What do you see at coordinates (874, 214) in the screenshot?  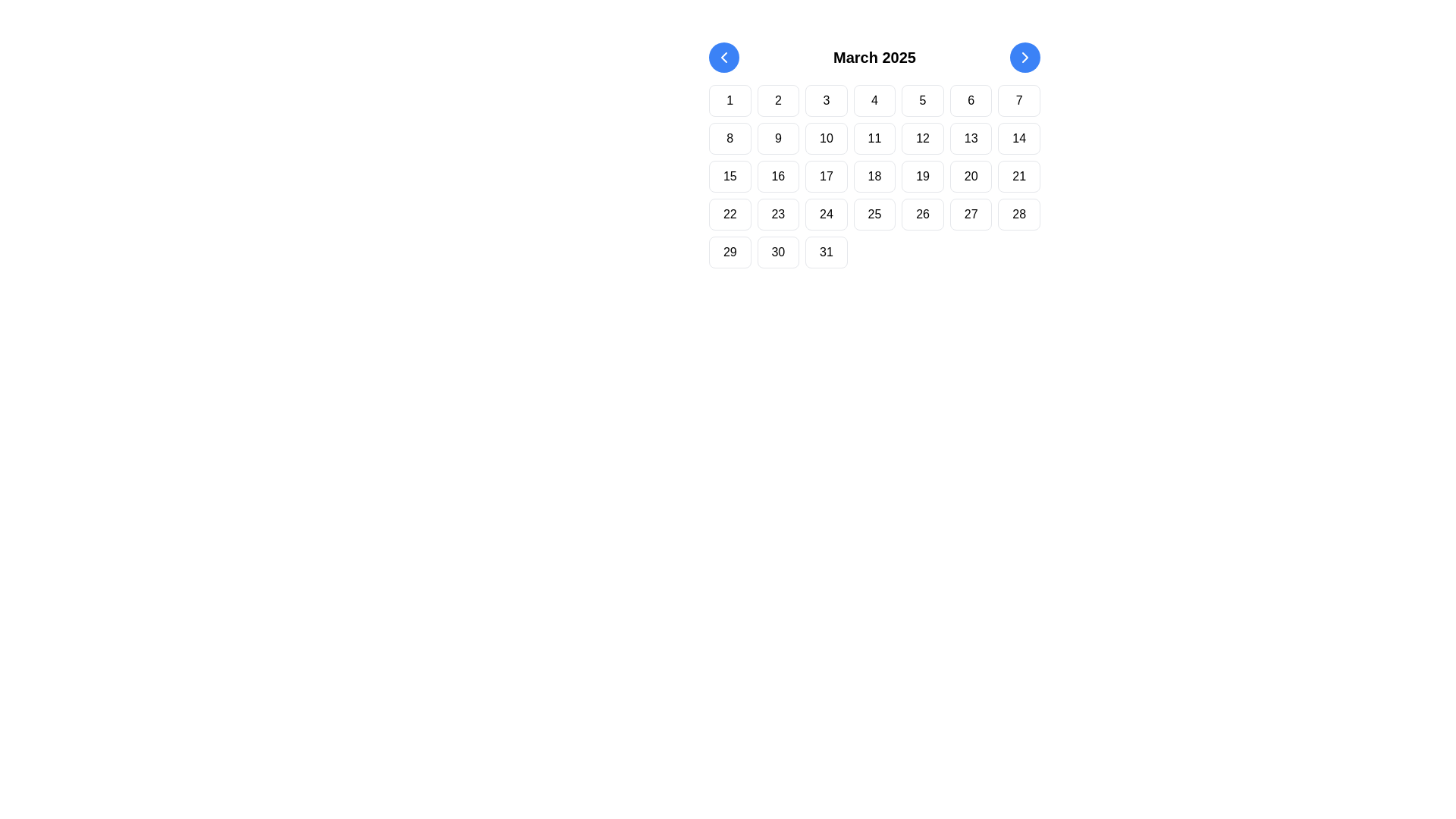 I see `the square-shaped button labeled '25' in the calendar view for March 2025` at bounding box center [874, 214].